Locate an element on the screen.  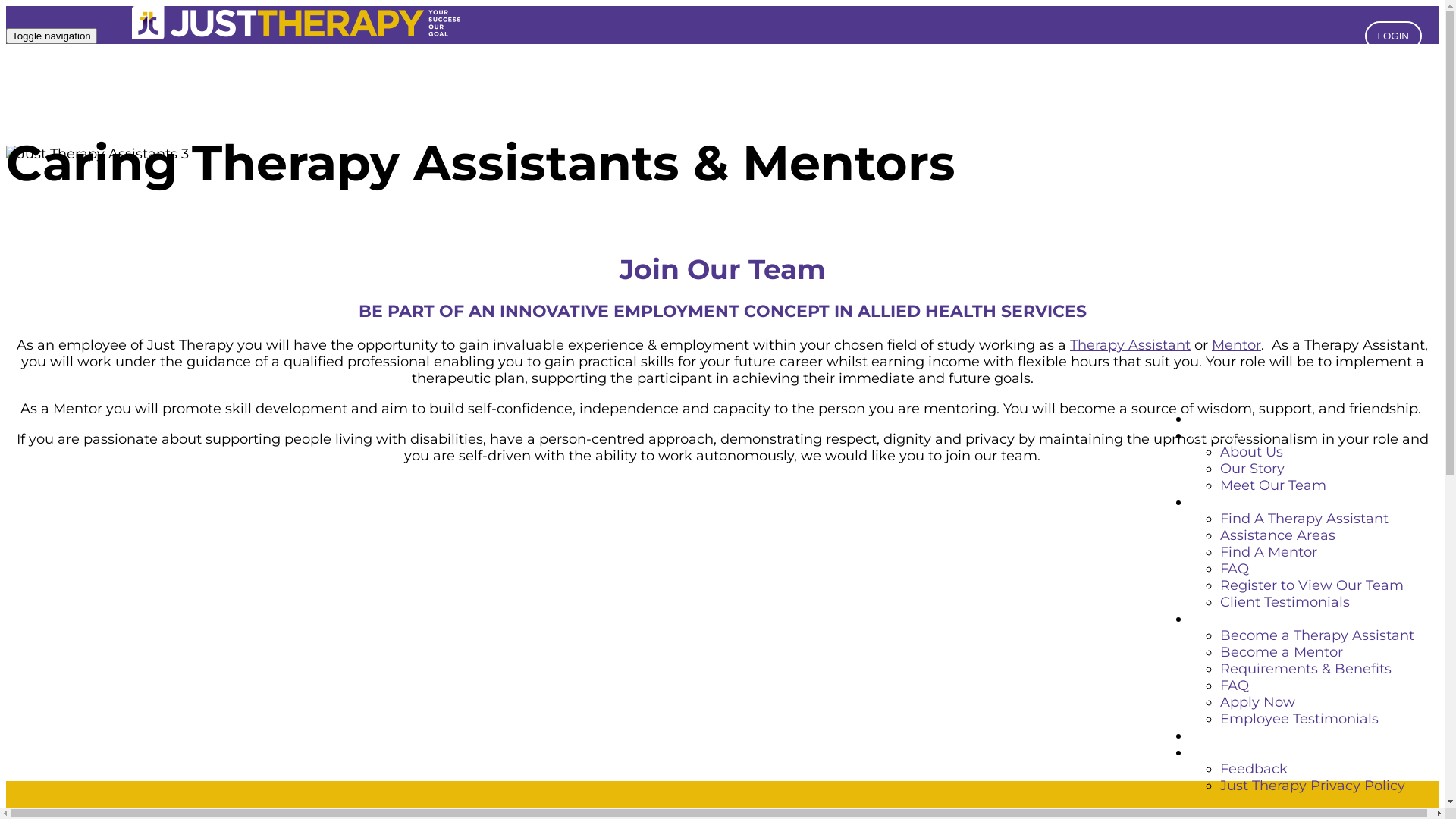
'Mentor' is located at coordinates (1236, 345).